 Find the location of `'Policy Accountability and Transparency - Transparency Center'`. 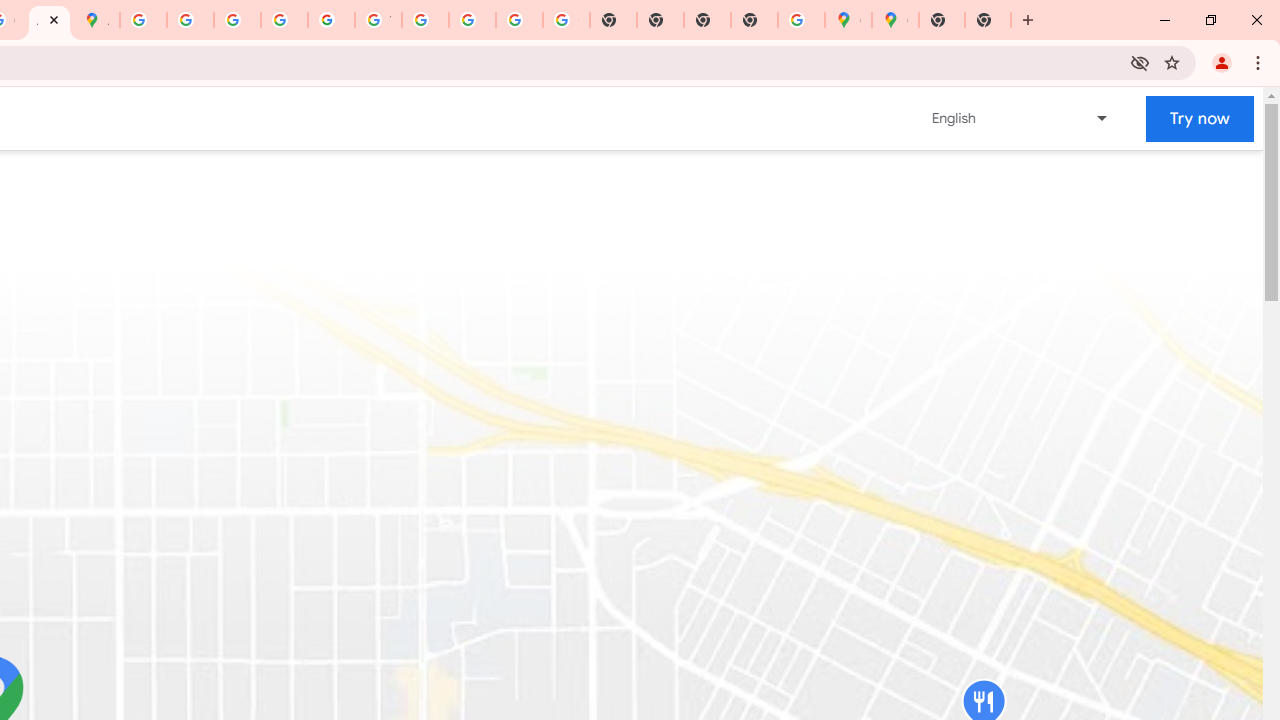

'Policy Accountability and Transparency - Transparency Center' is located at coordinates (143, 20).